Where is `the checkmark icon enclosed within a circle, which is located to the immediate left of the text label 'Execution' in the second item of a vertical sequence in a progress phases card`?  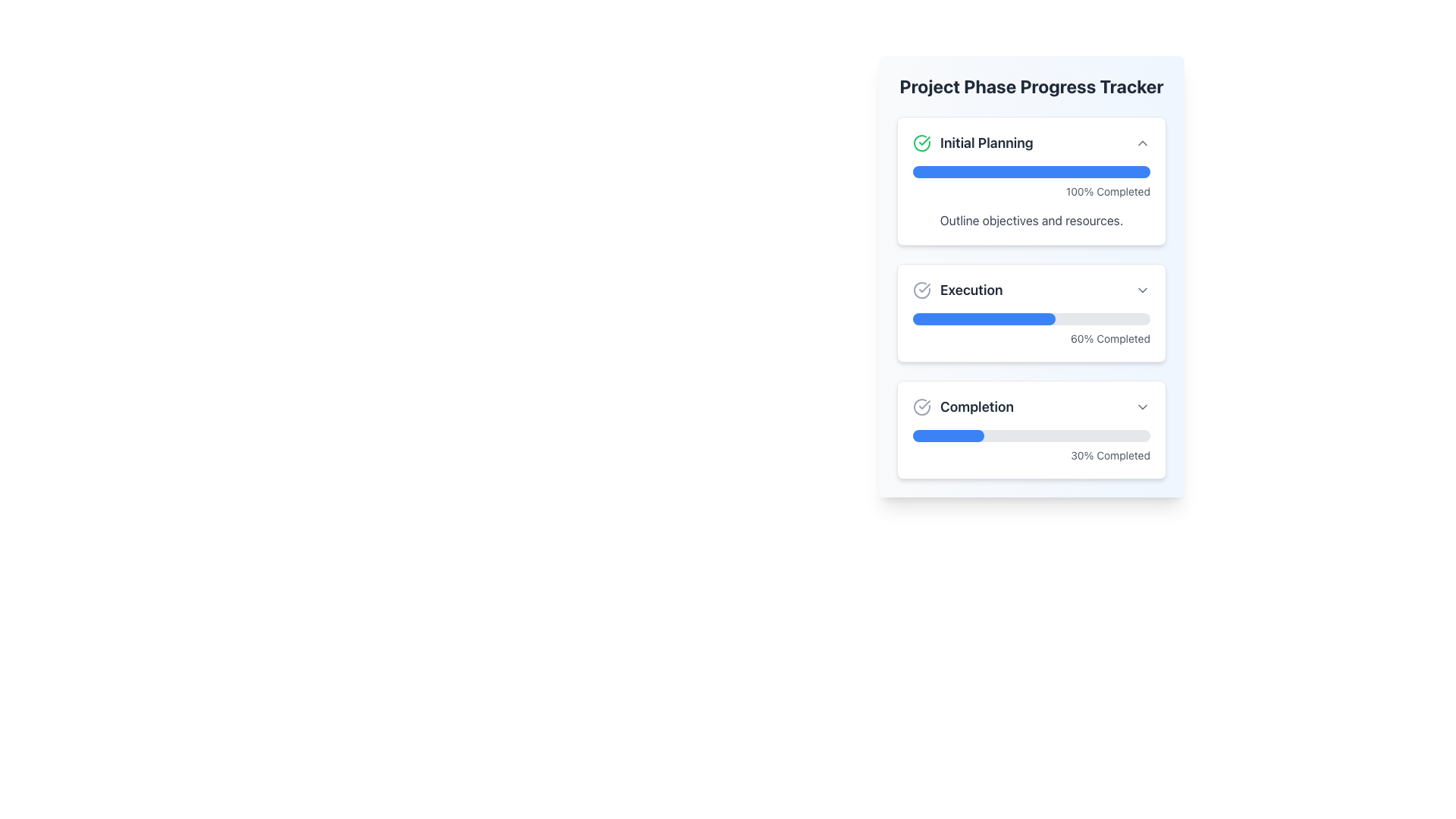 the checkmark icon enclosed within a circle, which is located to the immediate left of the text label 'Execution' in the second item of a vertical sequence in a progress phases card is located at coordinates (921, 290).